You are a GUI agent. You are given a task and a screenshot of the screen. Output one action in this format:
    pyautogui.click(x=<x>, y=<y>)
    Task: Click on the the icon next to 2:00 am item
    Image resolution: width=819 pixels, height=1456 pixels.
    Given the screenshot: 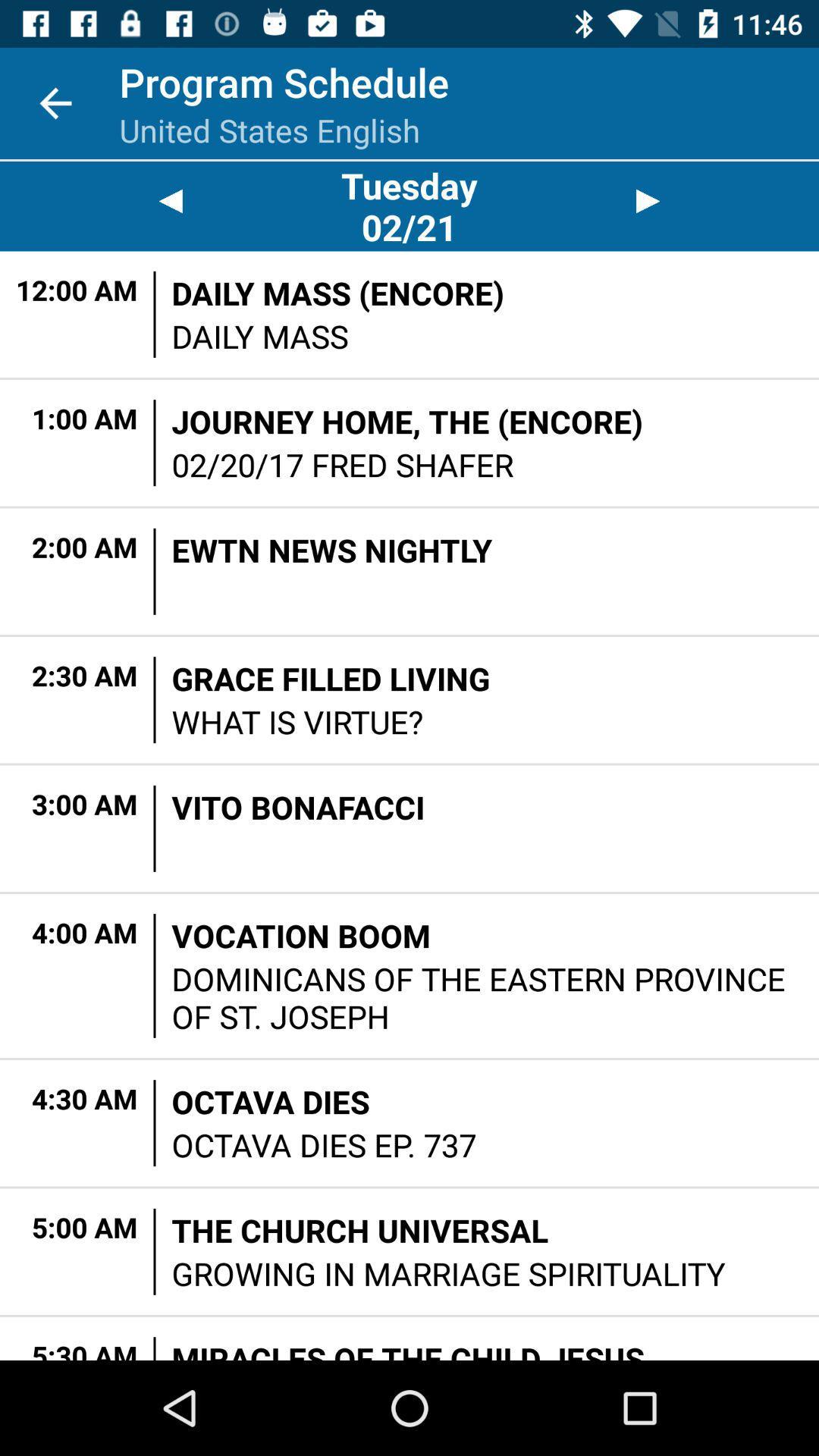 What is the action you would take?
    pyautogui.click(x=155, y=570)
    